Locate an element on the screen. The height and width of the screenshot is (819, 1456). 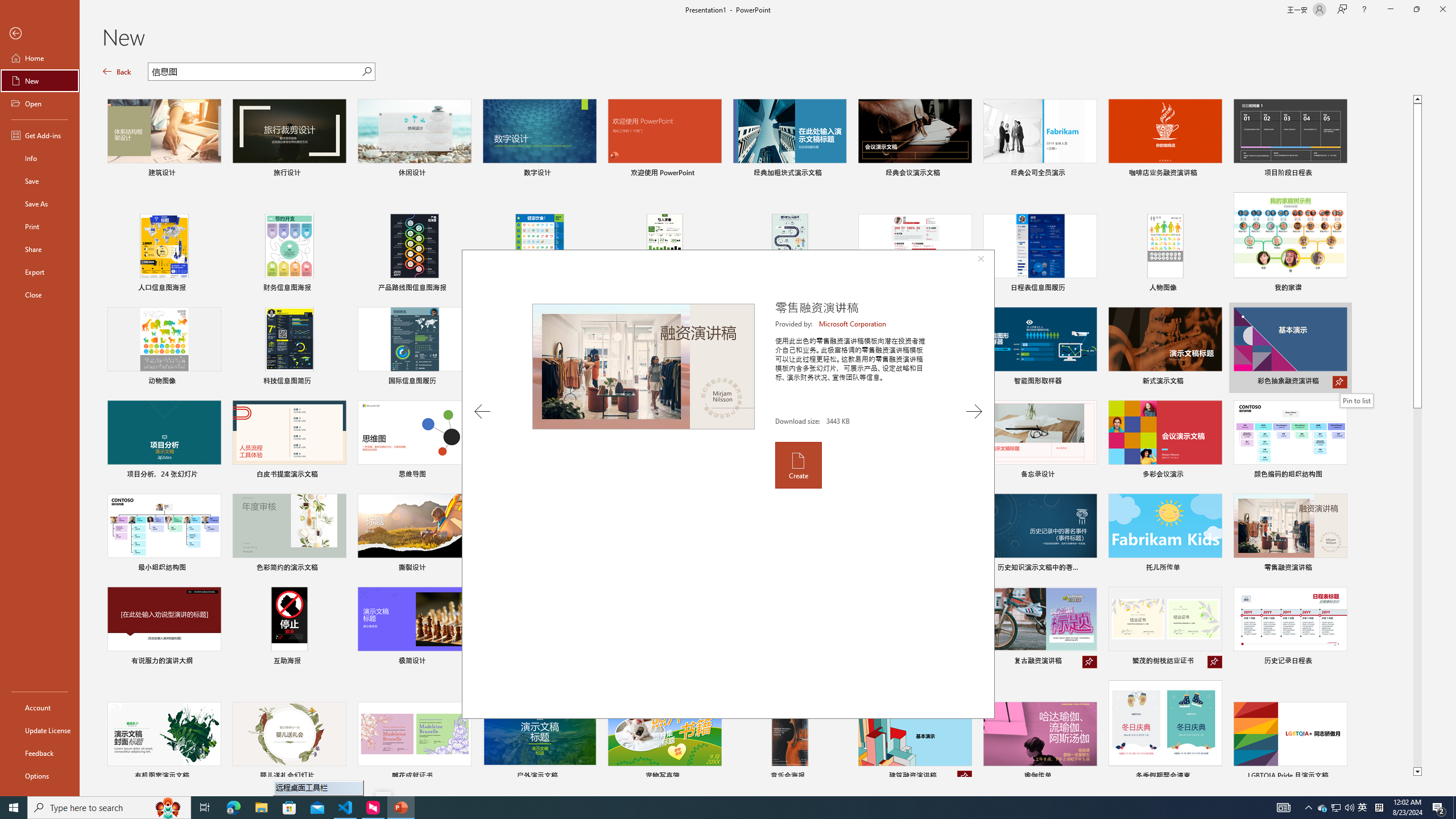
'Search for online templates and themes' is located at coordinates (255, 72).